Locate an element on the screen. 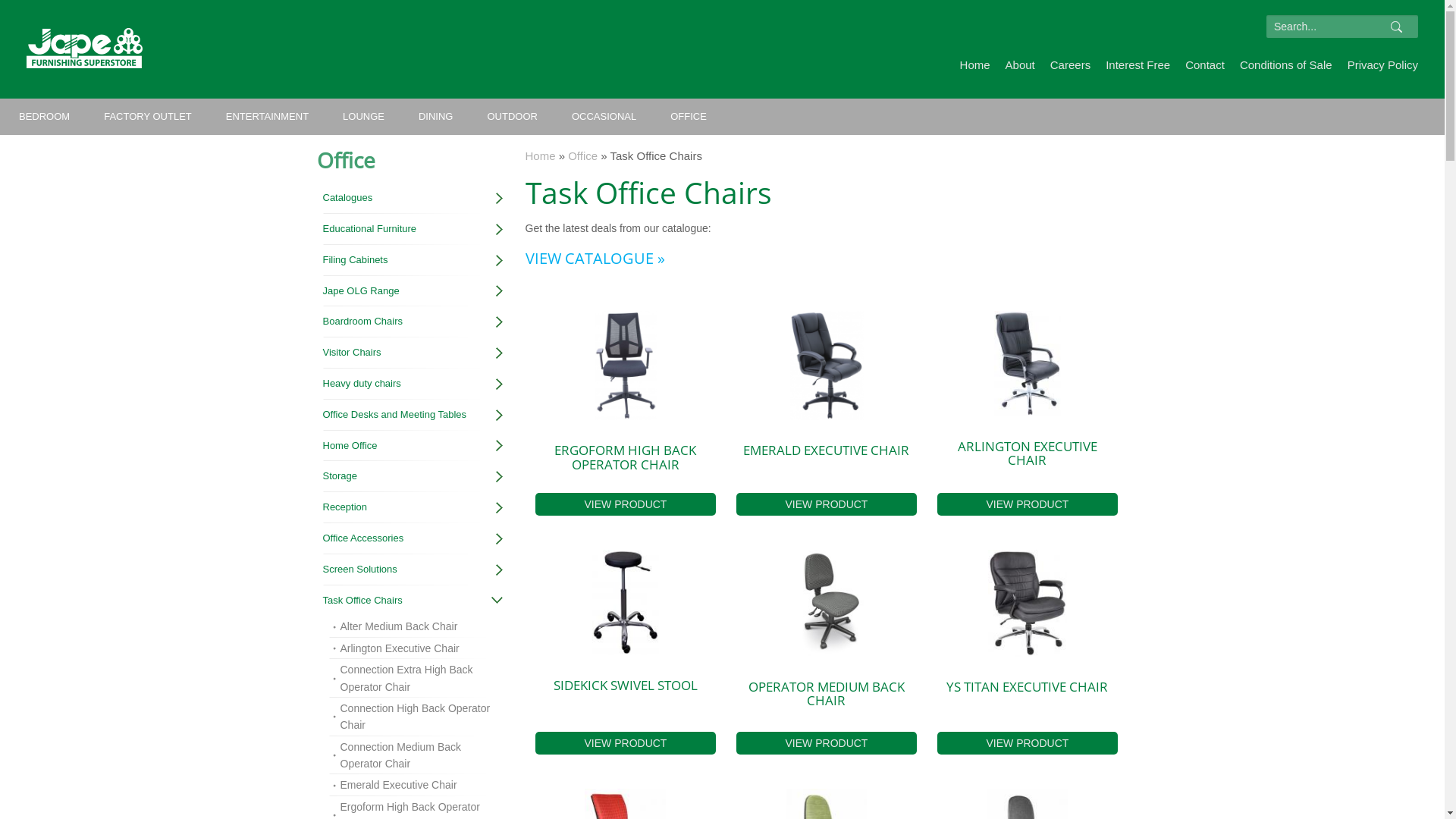  'BEDROOM' is located at coordinates (44, 115).